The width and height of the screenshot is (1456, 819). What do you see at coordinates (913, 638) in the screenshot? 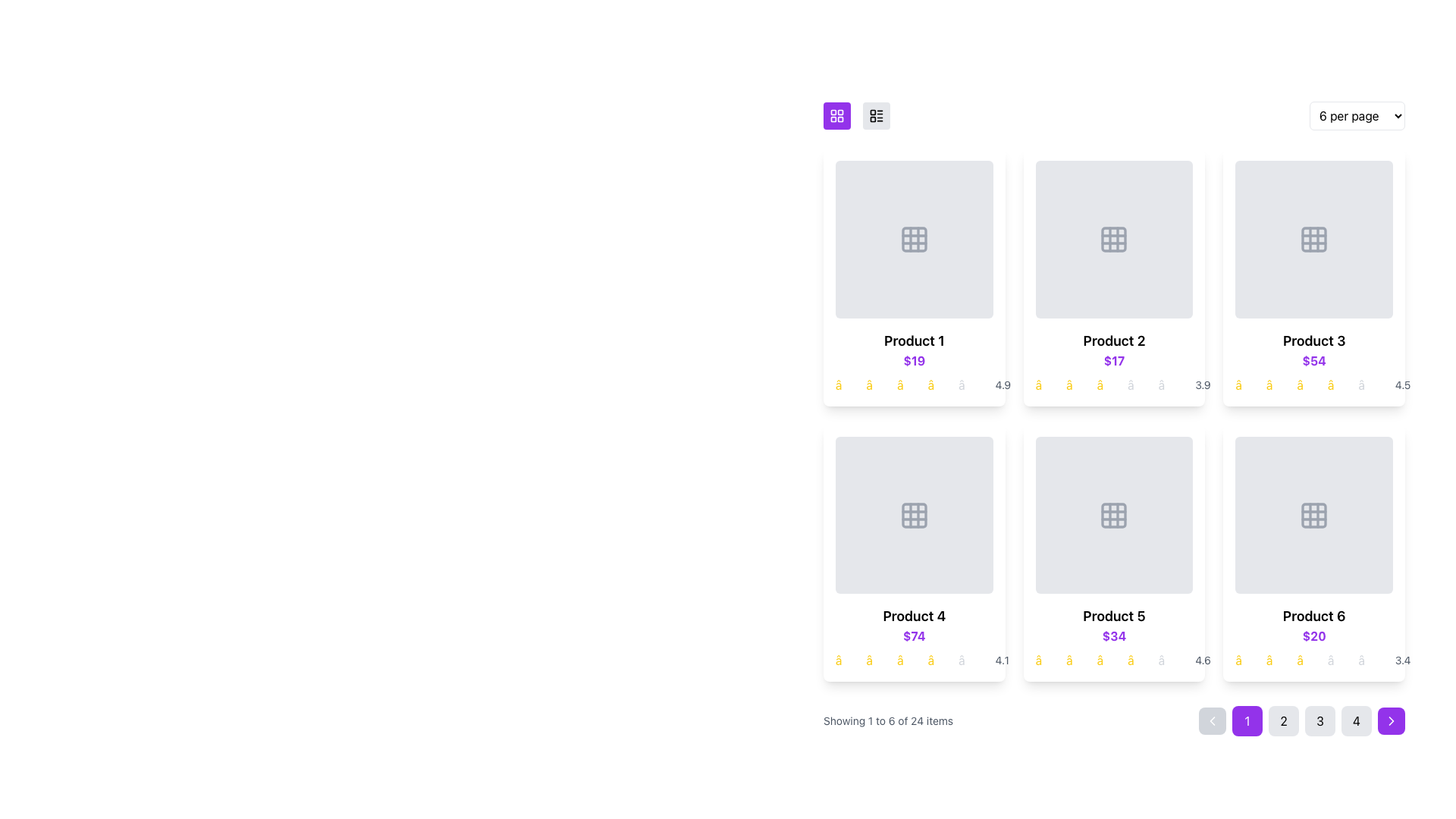
I see `to select or interact with the Information display card section for 'Product 4', which features a bold title, price, and rating in a grid layout` at bounding box center [913, 638].